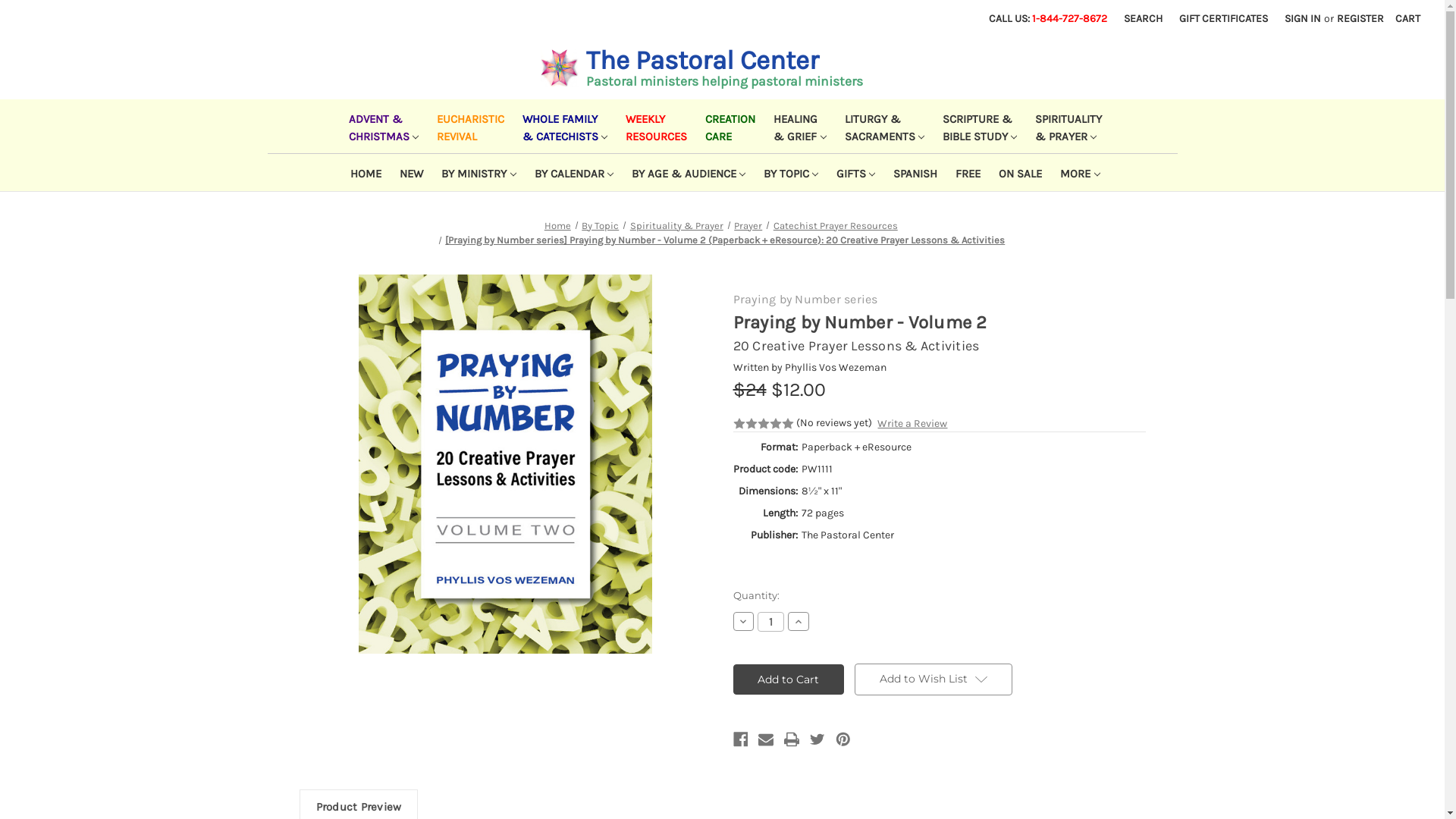  What do you see at coordinates (748, 225) in the screenshot?
I see `'Prayer'` at bounding box center [748, 225].